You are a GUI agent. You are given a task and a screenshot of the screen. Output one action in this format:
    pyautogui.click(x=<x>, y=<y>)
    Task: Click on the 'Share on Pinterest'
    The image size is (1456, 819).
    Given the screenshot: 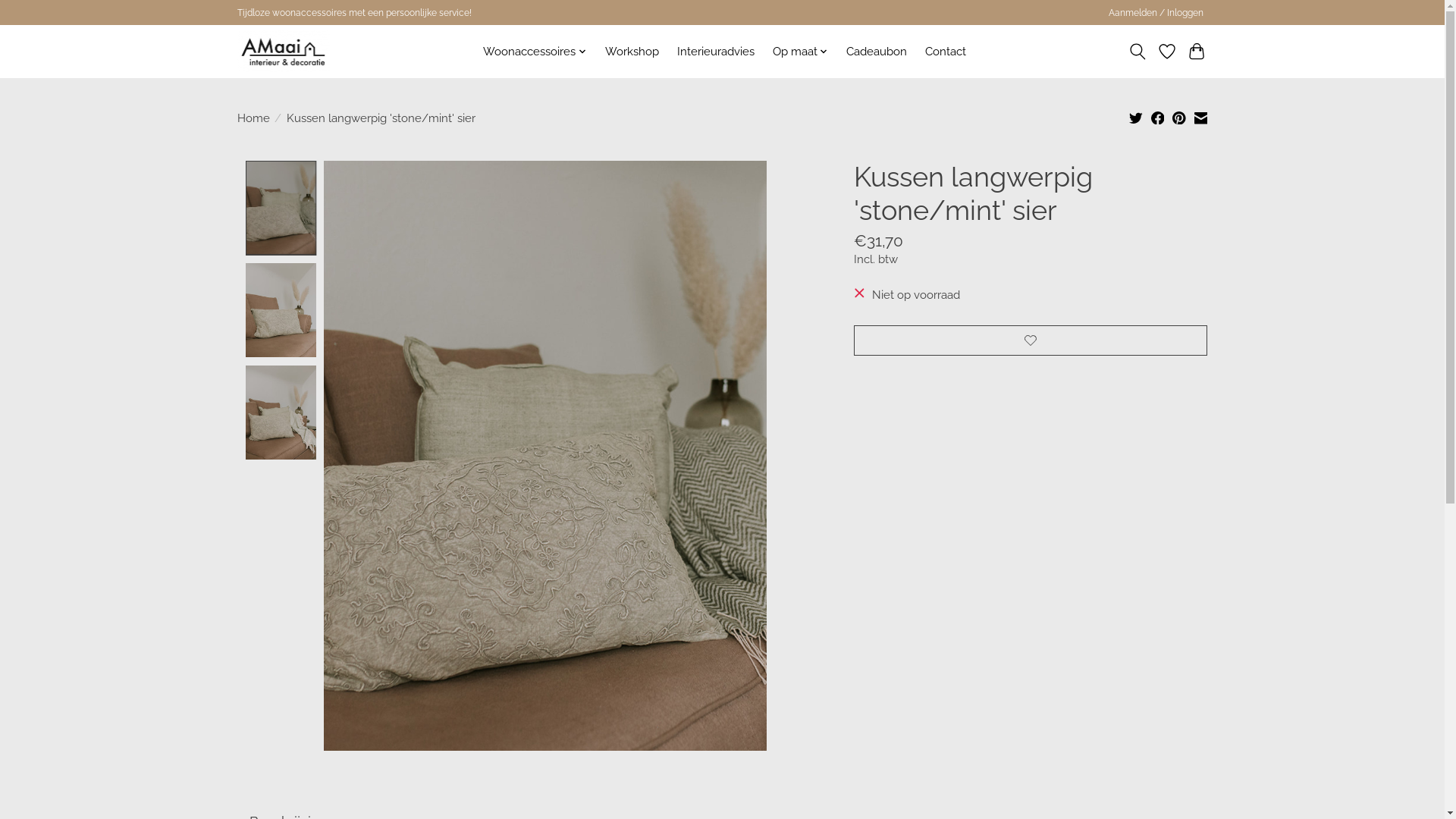 What is the action you would take?
    pyautogui.click(x=1178, y=118)
    